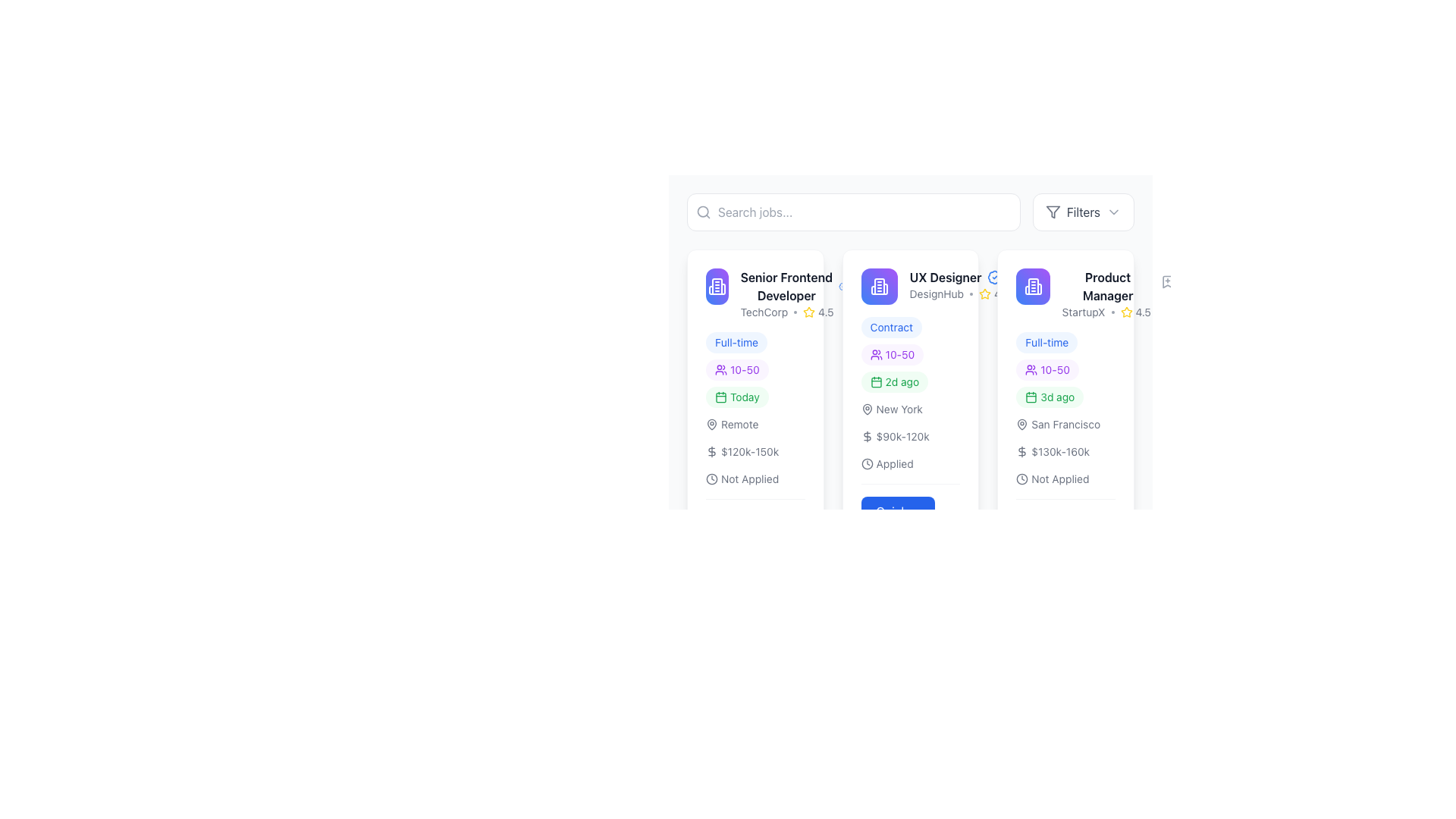  What do you see at coordinates (755, 370) in the screenshot?
I see `the text badge displaying '10-50' styled with a purple background, located below the 'Full-time' badge, to view its details` at bounding box center [755, 370].